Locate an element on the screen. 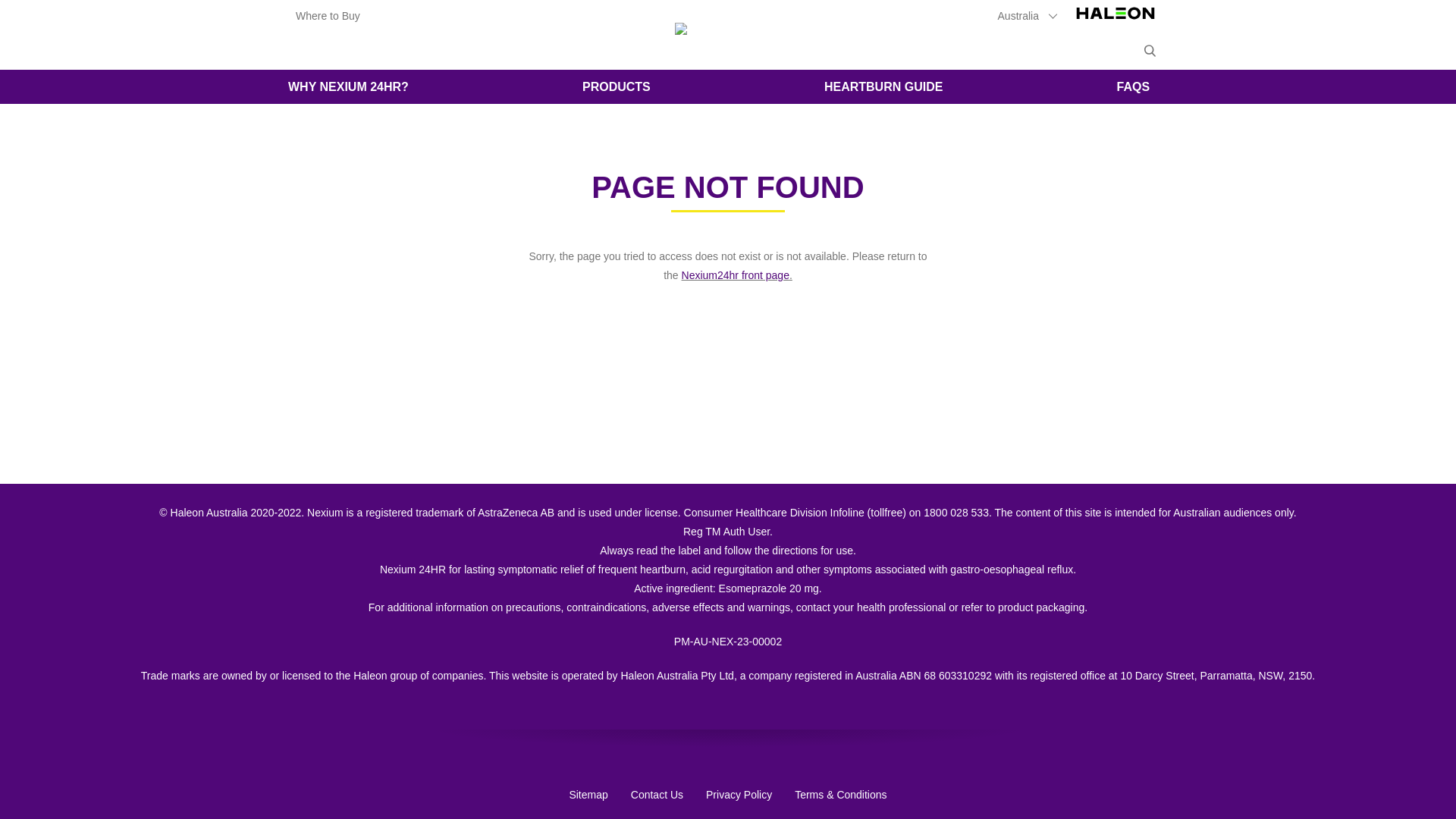  'WHY NEXIUM 24HR?' is located at coordinates (347, 86).